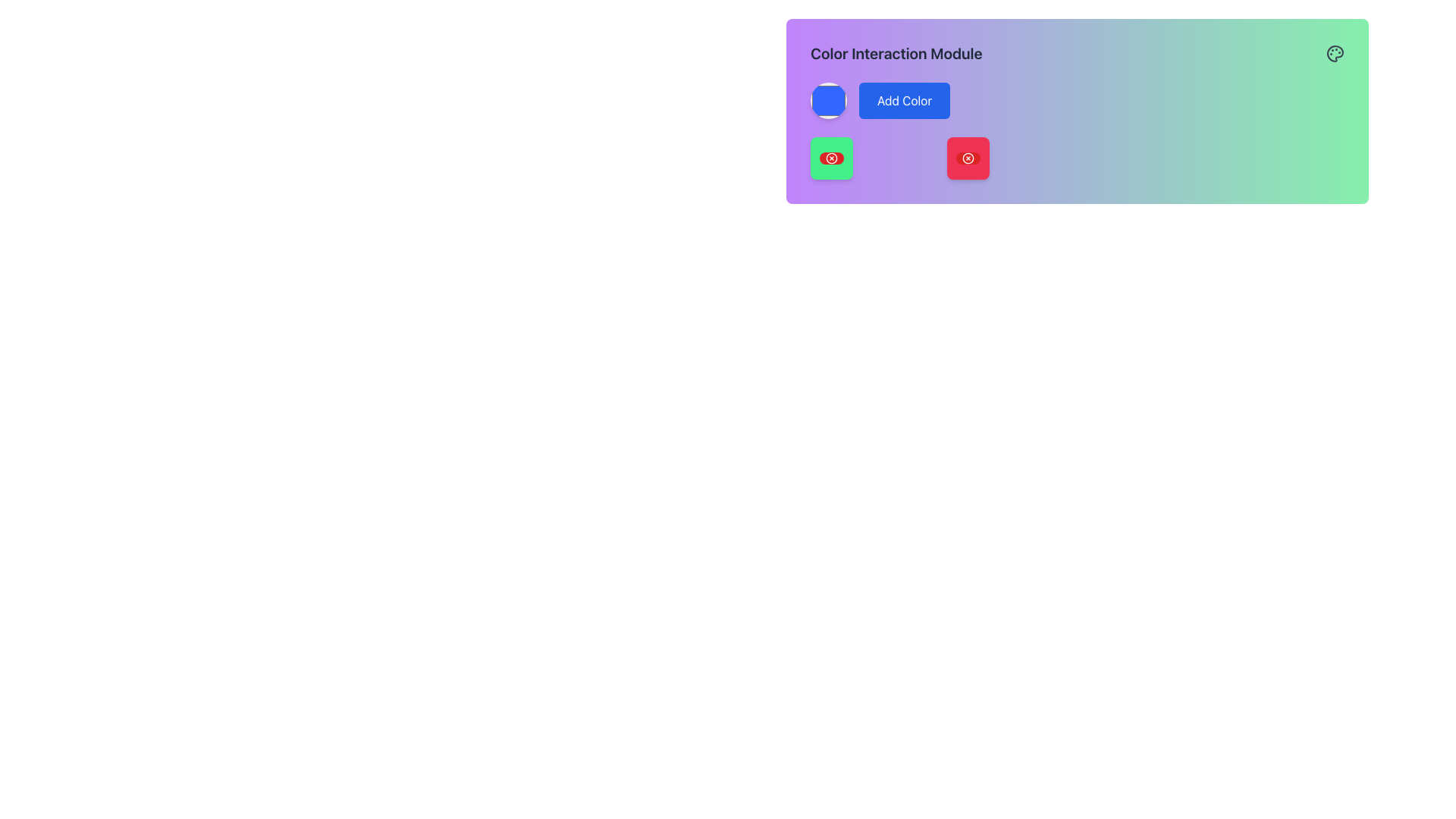 The image size is (1456, 819). Describe the element at coordinates (967, 158) in the screenshot. I see `the vibrant red button with a white 'X' icon to observe tooltips or visual feedback` at that location.